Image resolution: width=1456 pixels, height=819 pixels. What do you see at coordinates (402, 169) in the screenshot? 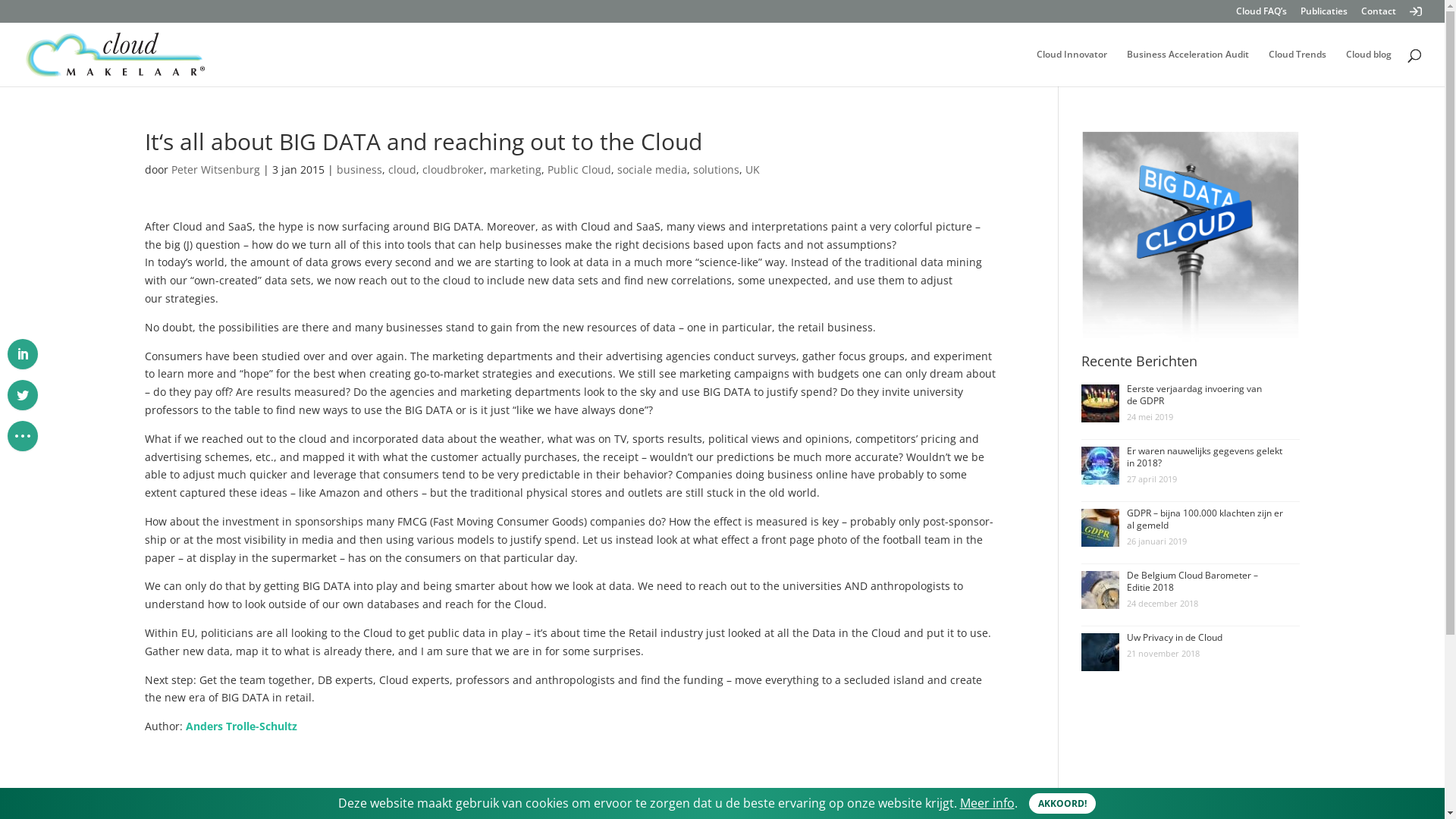
I see `'cloud'` at bounding box center [402, 169].